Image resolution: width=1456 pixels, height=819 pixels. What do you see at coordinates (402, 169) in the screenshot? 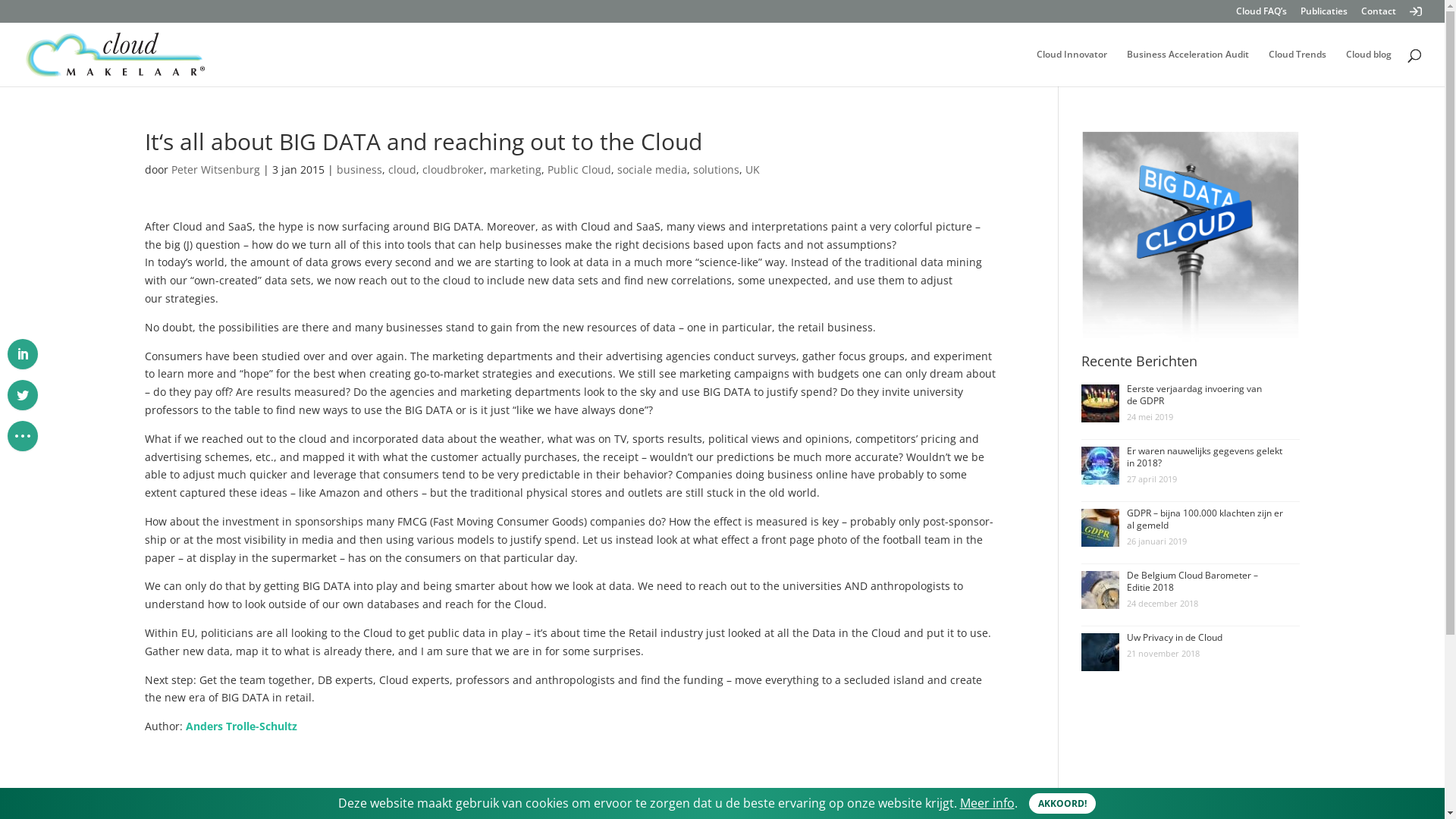
I see `'cloud'` at bounding box center [402, 169].